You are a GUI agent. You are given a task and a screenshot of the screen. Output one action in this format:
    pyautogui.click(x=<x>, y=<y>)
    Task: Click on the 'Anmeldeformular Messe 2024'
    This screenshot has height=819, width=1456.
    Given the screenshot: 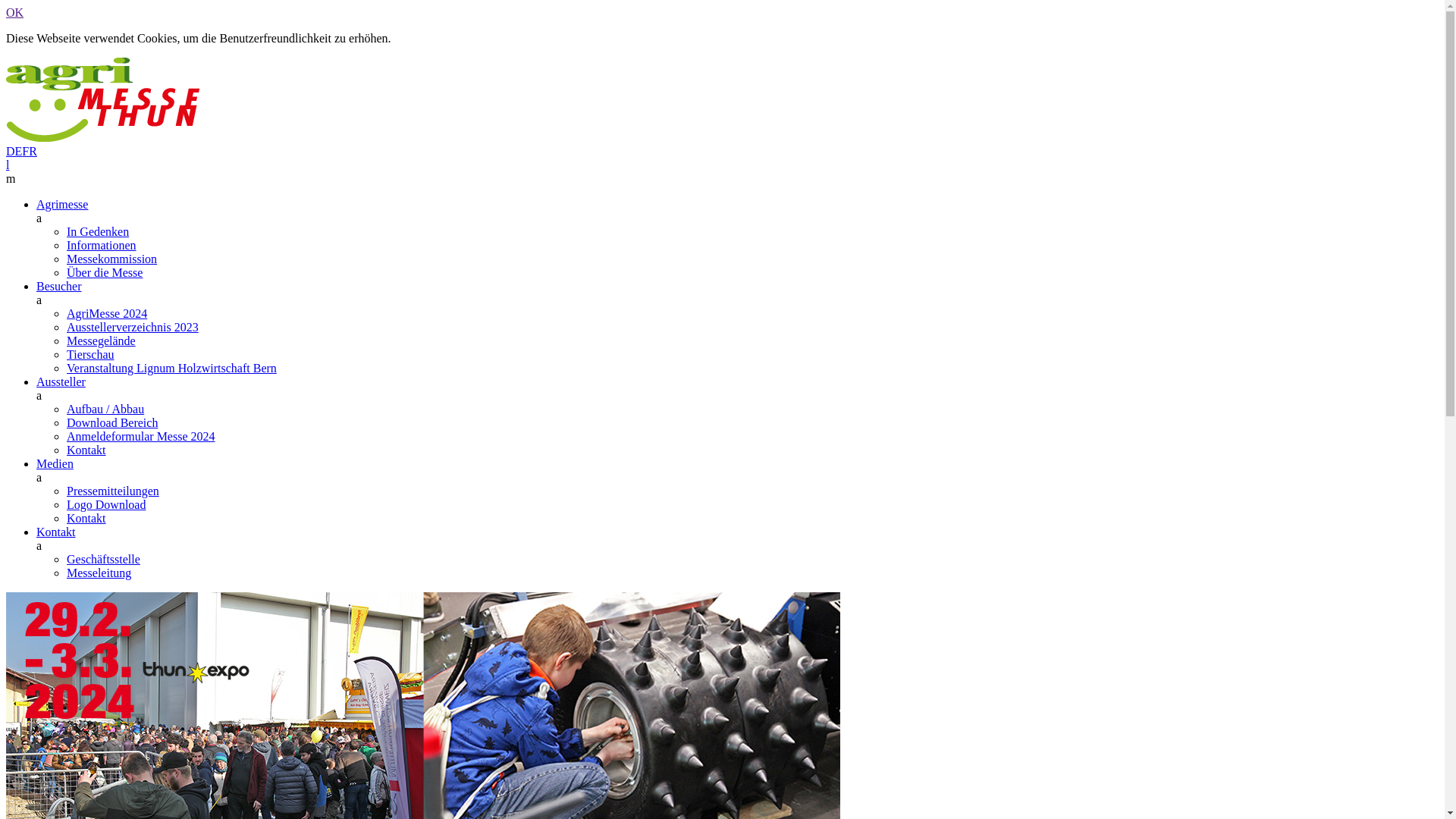 What is the action you would take?
    pyautogui.click(x=141, y=436)
    